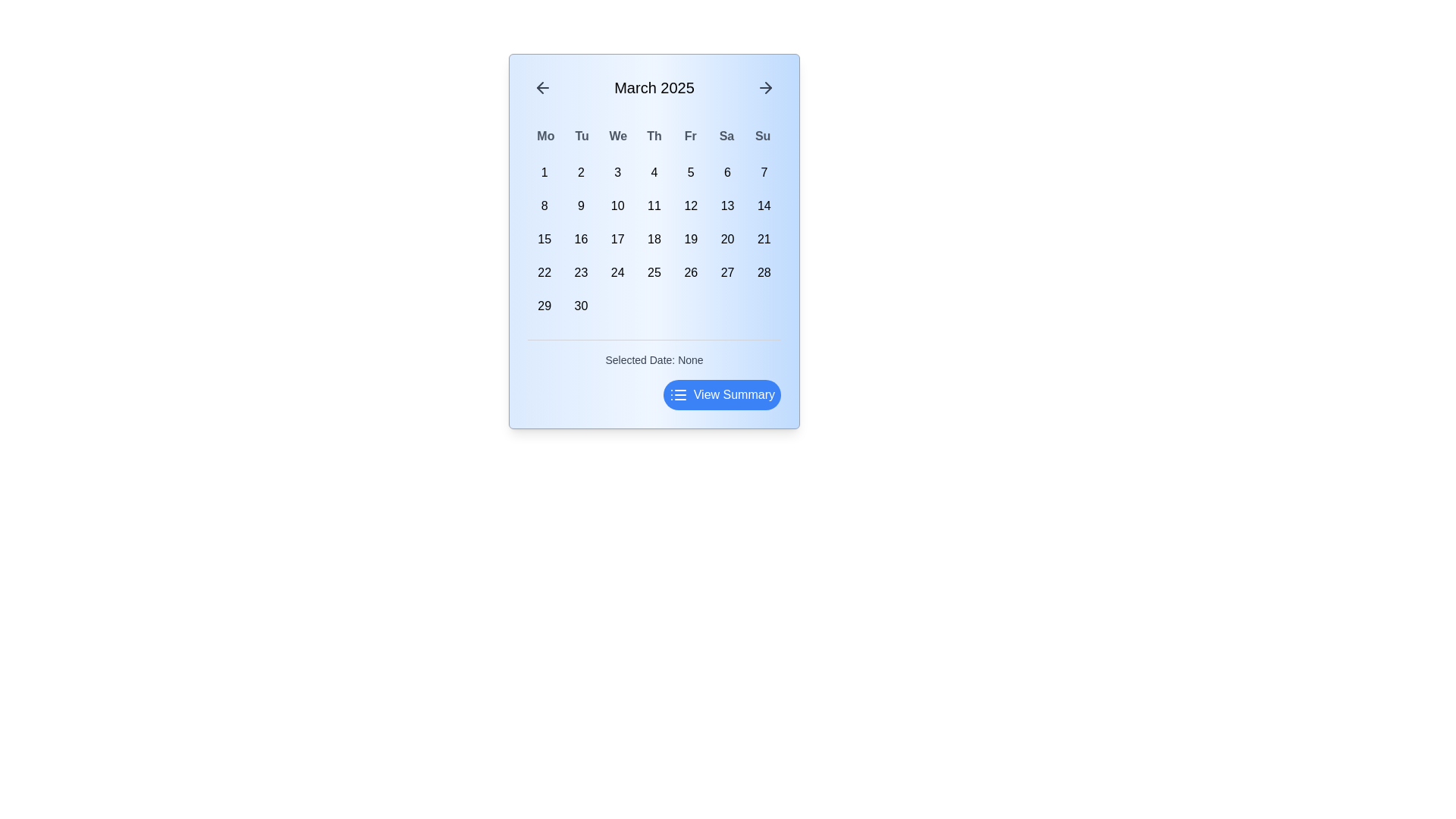 Image resolution: width=1456 pixels, height=819 pixels. What do you see at coordinates (721, 394) in the screenshot?
I see `the button located in the bottom-right corner of the calendar interface` at bounding box center [721, 394].